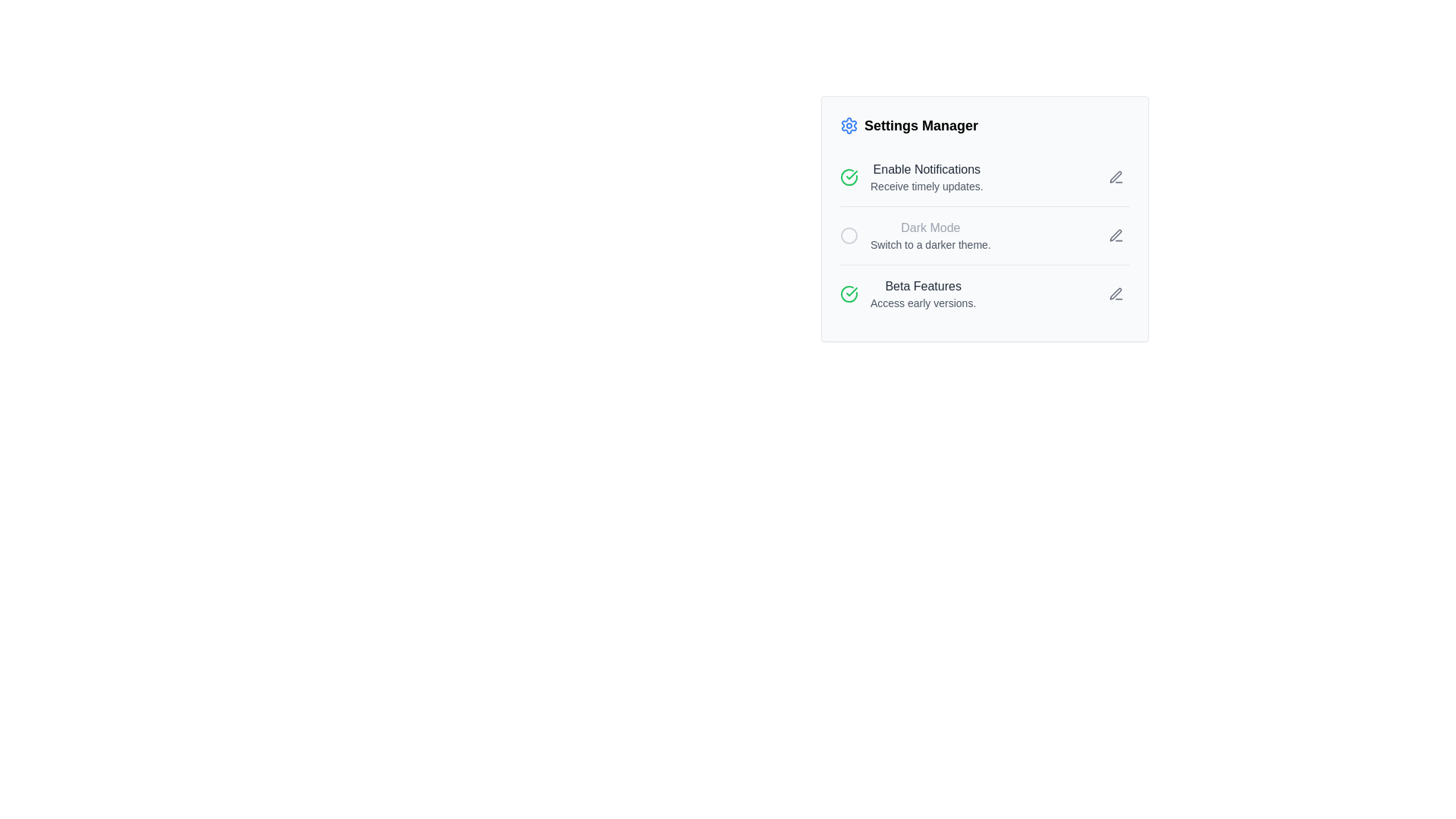  Describe the element at coordinates (920, 124) in the screenshot. I see `the 'Settings Manager' text label, which serves as a title for the settings panel and is positioned above the other settings options` at that location.